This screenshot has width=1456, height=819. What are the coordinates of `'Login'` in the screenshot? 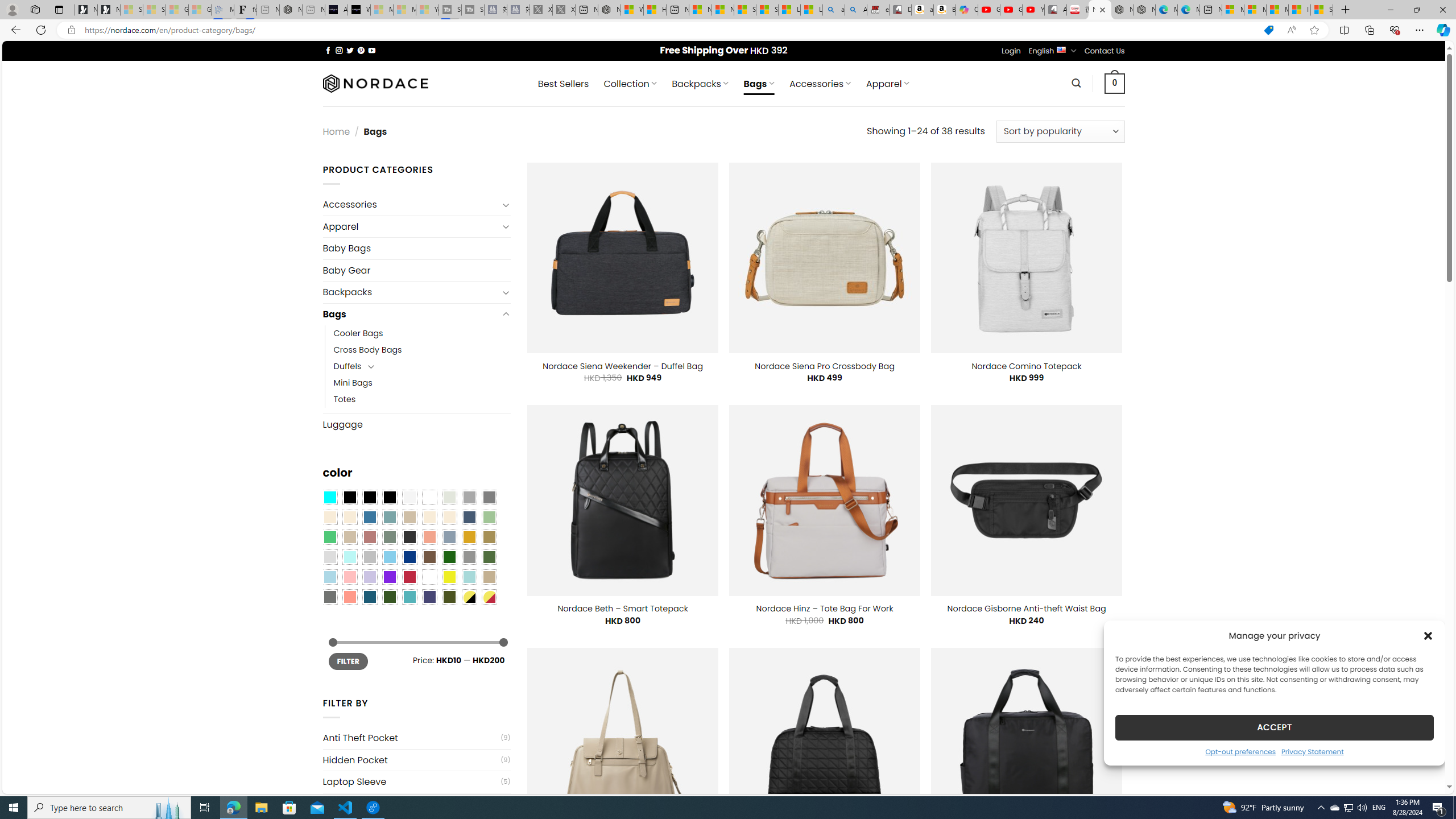 It's located at (1011, 50).